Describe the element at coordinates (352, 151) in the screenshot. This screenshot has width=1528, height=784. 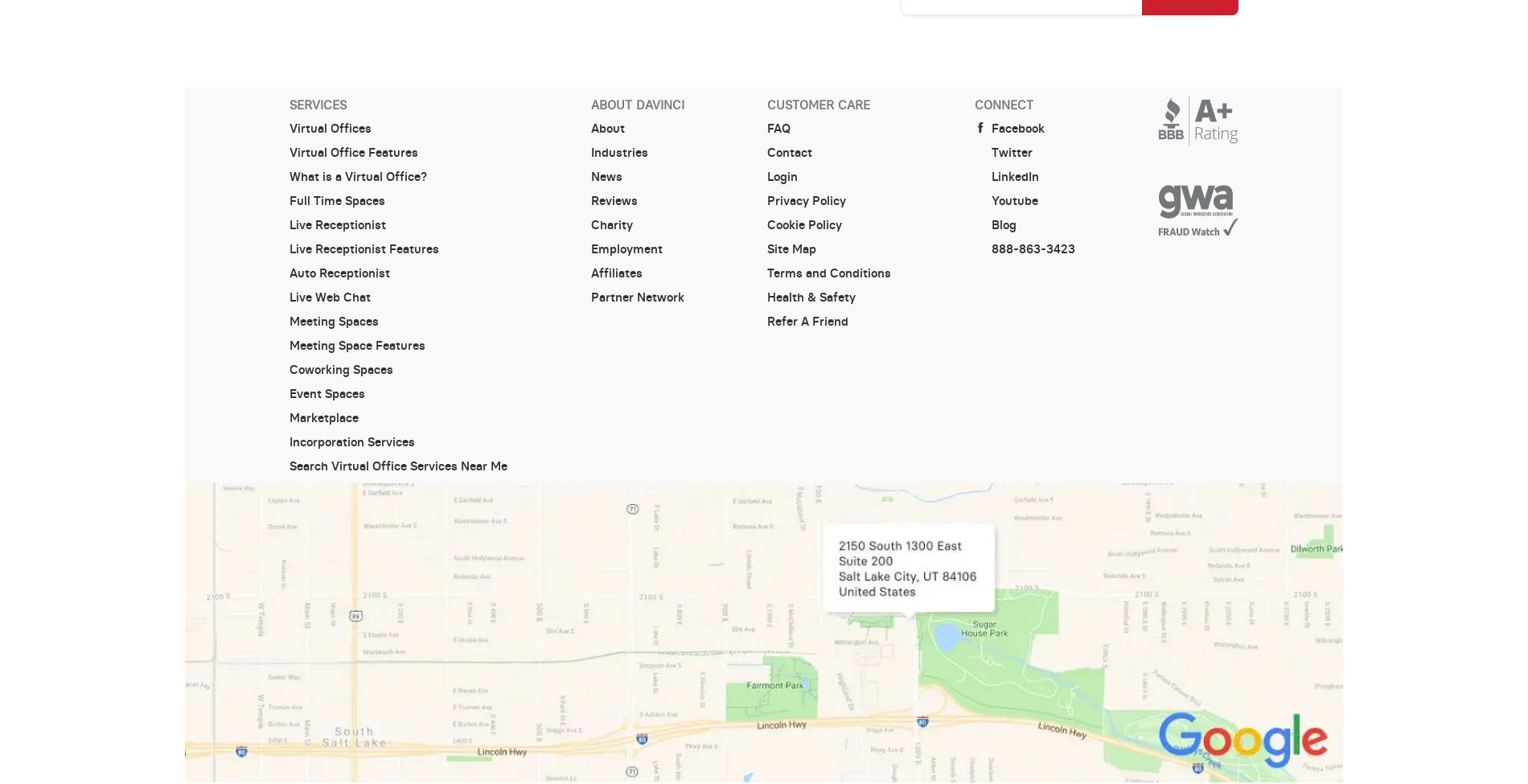
I see `'Virtual Office Features'` at that location.